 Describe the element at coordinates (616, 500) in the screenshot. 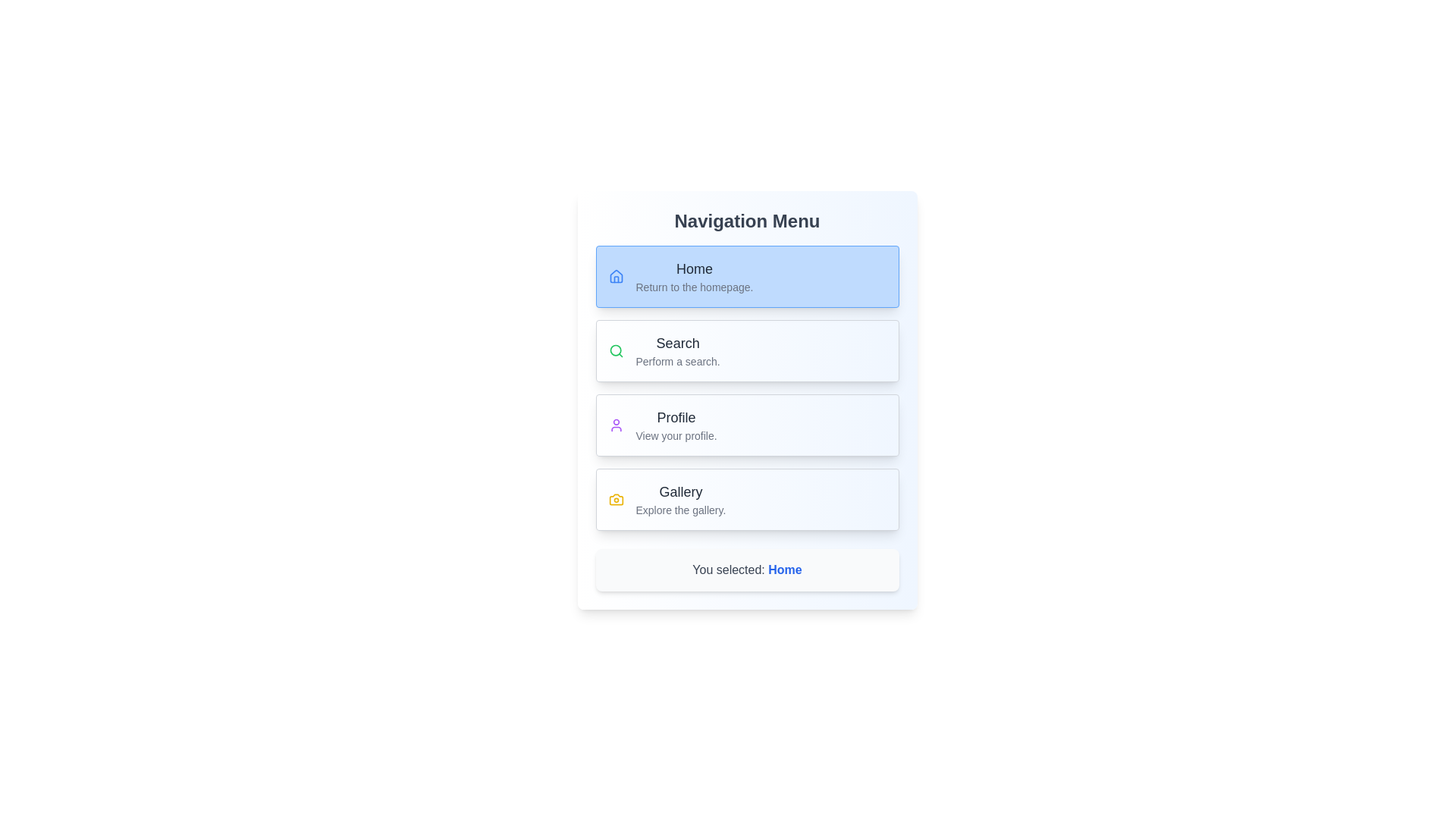

I see `the menu option Gallery by clicking its corresponding icon` at that location.